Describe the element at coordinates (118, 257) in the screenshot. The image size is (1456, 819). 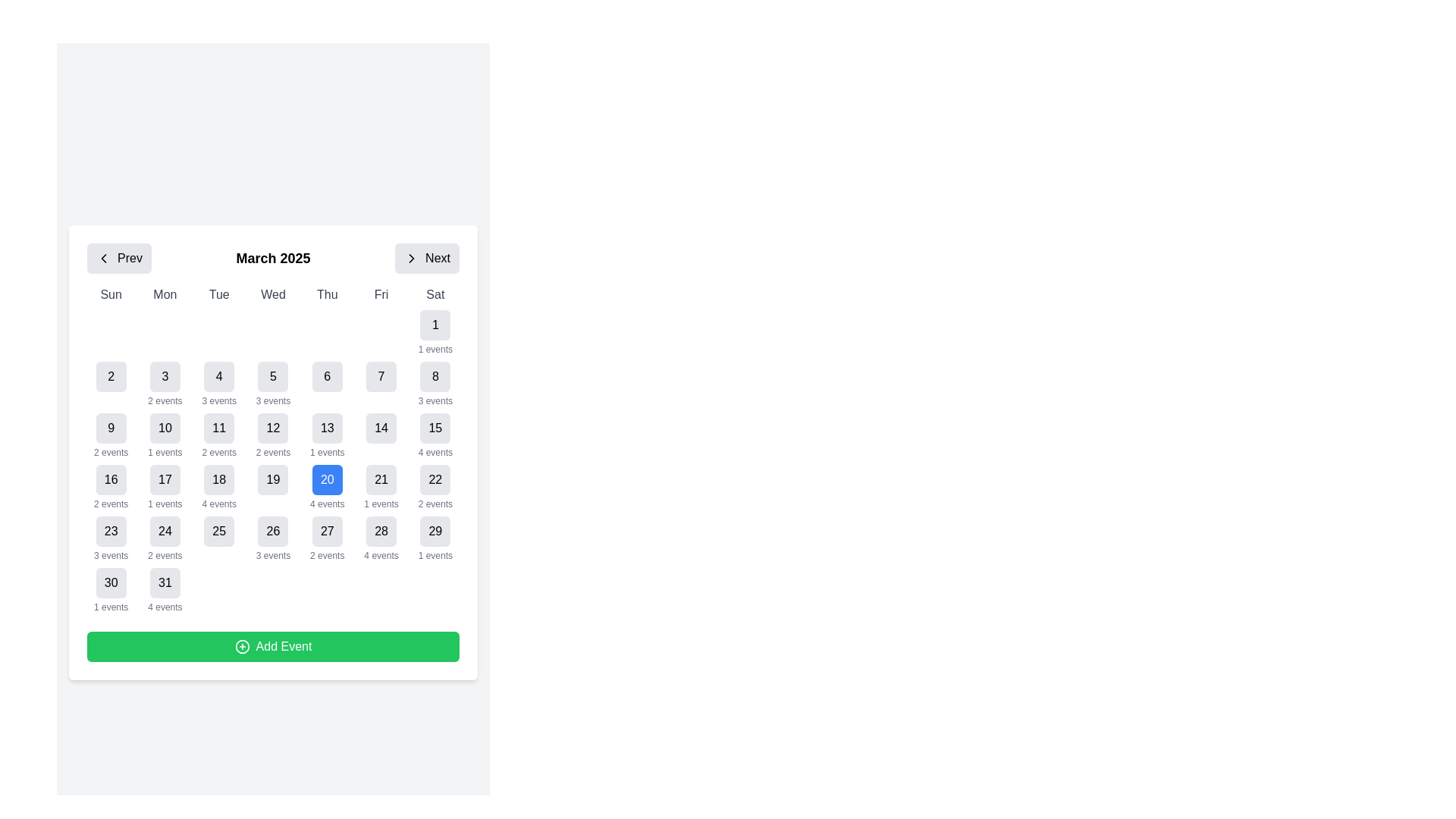
I see `the 'Prev' button with a light gray background and a left-facing chevron icon` at that location.